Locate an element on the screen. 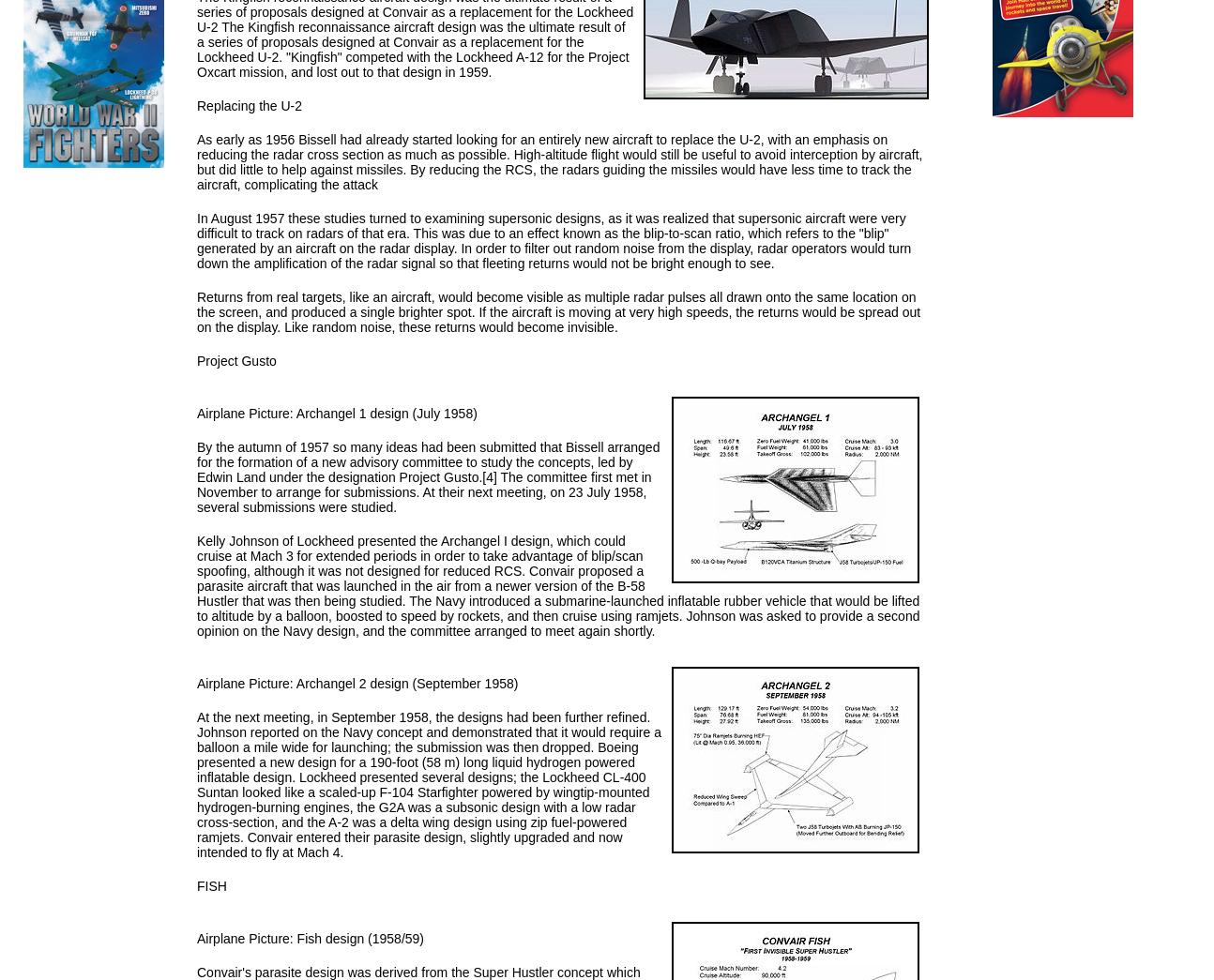 Image resolution: width=1214 pixels, height=980 pixels. 'Airplane Picture: Archangel 2 design (September 1958)' is located at coordinates (357, 682).